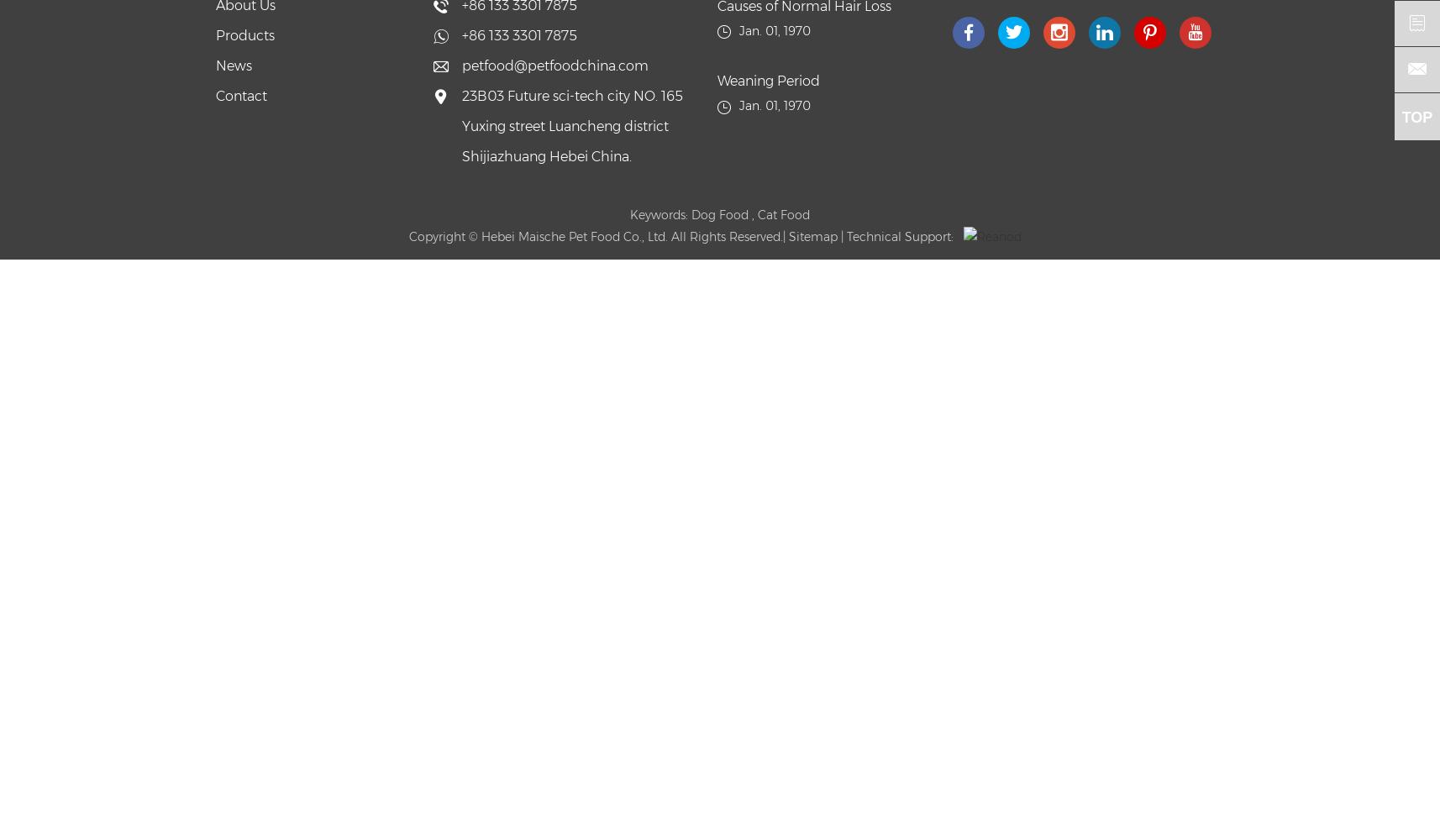  What do you see at coordinates (240, 95) in the screenshot?
I see `'Contact'` at bounding box center [240, 95].